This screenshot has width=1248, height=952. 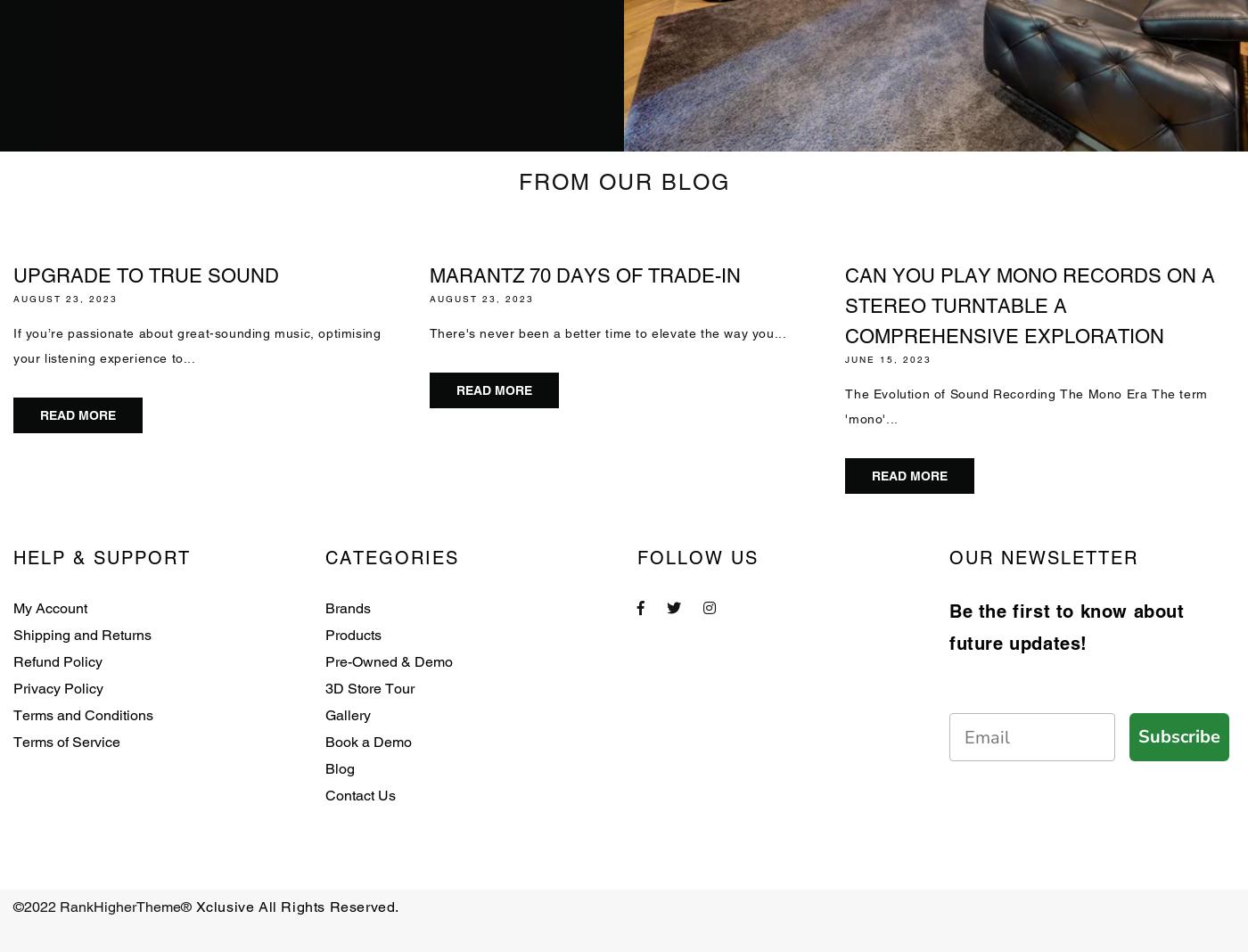 What do you see at coordinates (1030, 305) in the screenshot?
I see `'Can You Play Mono Records On A Stereo Turntable A Comprehensive Exploration'` at bounding box center [1030, 305].